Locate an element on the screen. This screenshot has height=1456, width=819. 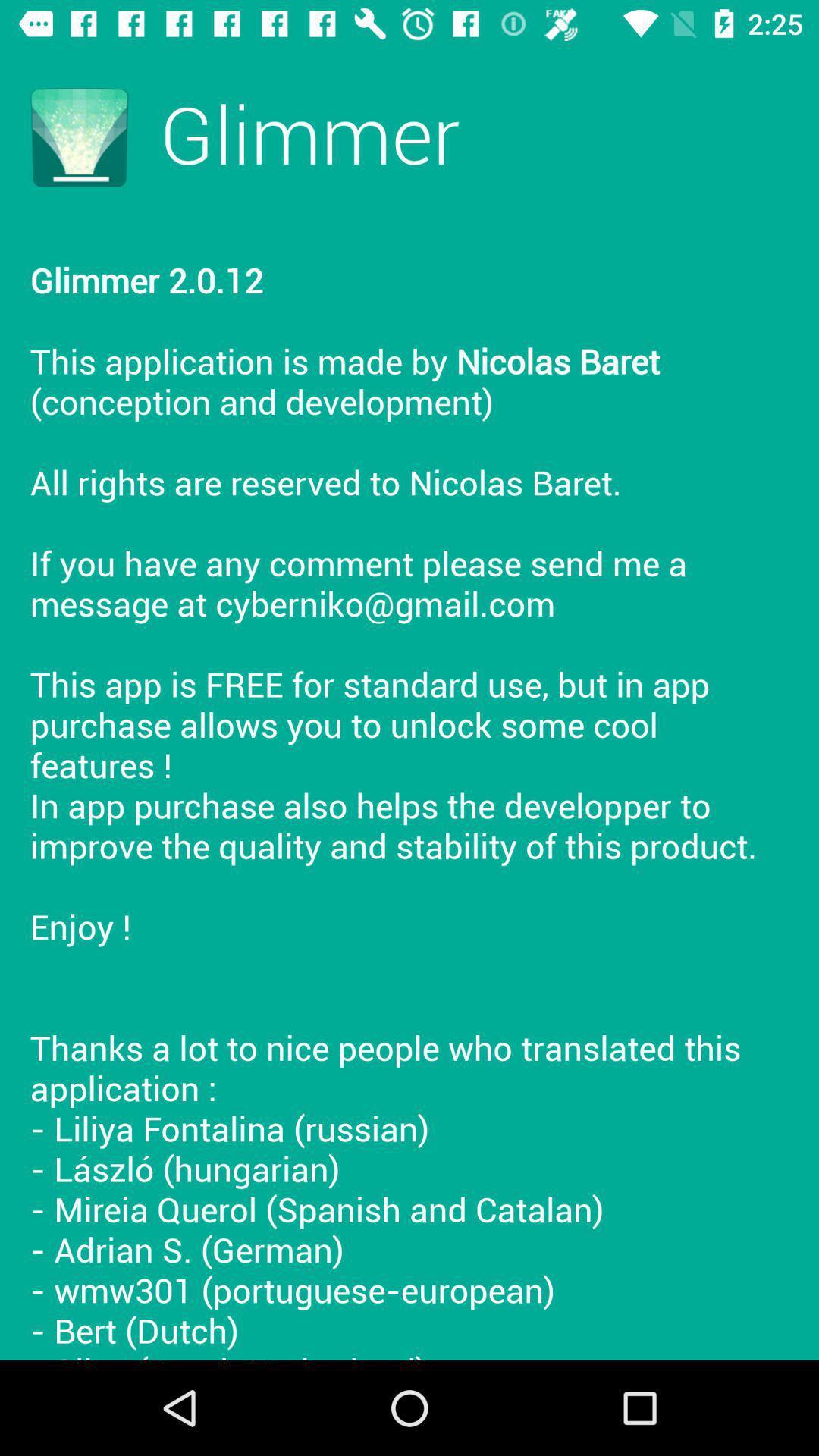
the icon at the center is located at coordinates (409, 792).